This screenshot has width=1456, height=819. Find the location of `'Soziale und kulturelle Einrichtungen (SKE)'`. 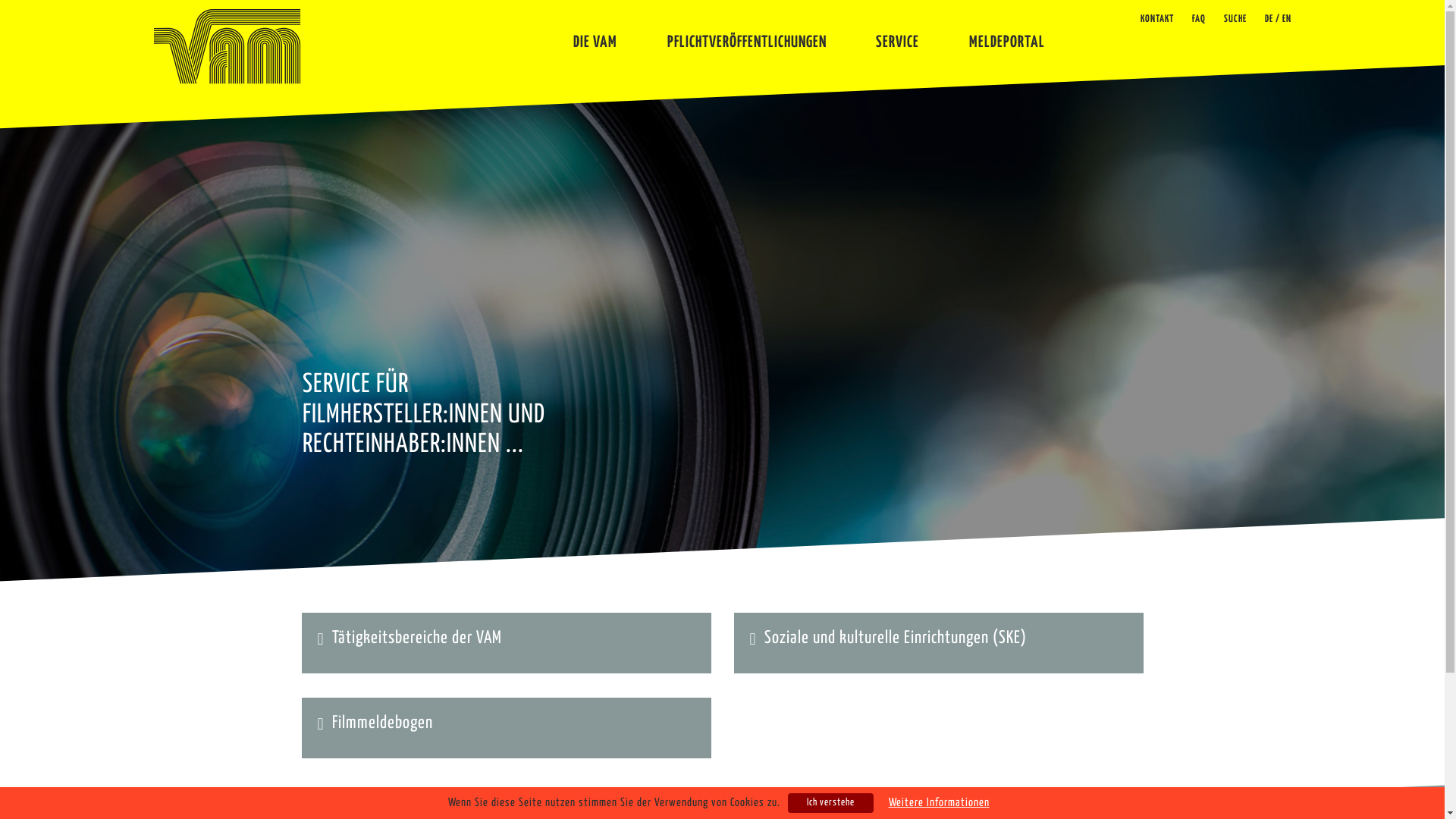

'Soziale und kulturelle Einrichtungen (SKE)' is located at coordinates (895, 638).